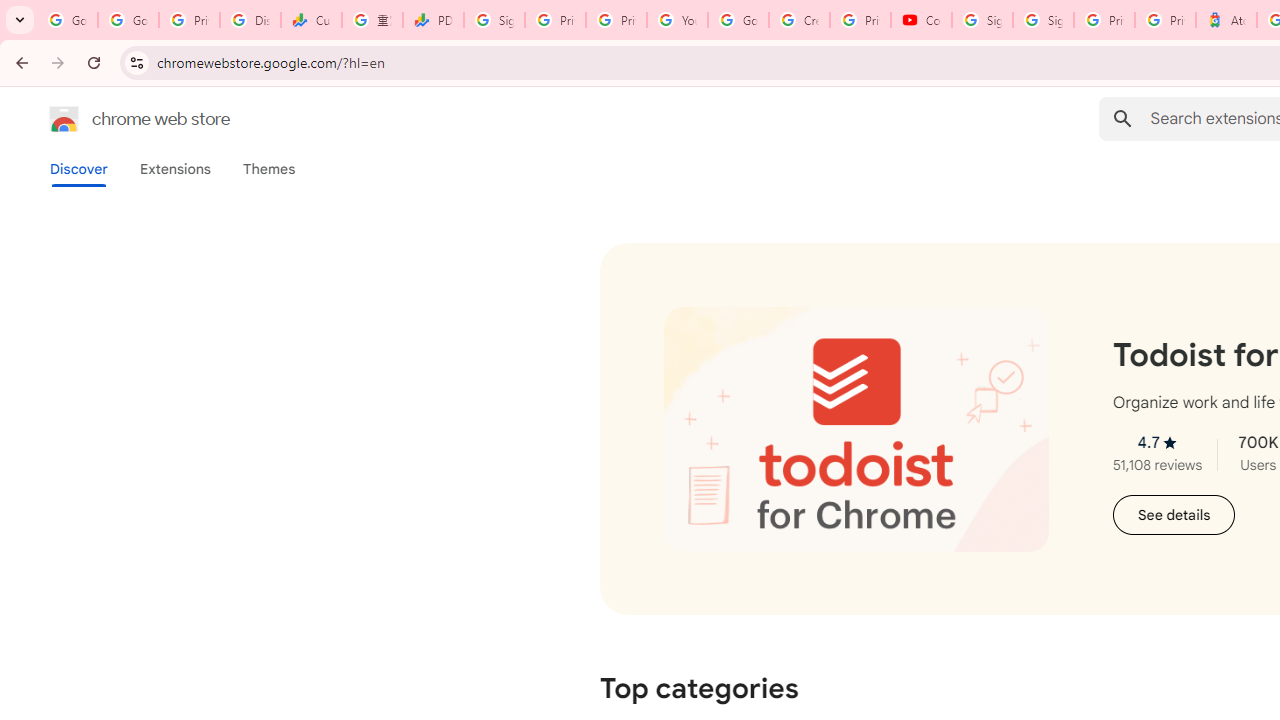 Image resolution: width=1280 pixels, height=720 pixels. What do you see at coordinates (432, 20) in the screenshot?
I see `'PDD Holdings Inc - ADR (PDD) Price & News - Google Finance'` at bounding box center [432, 20].